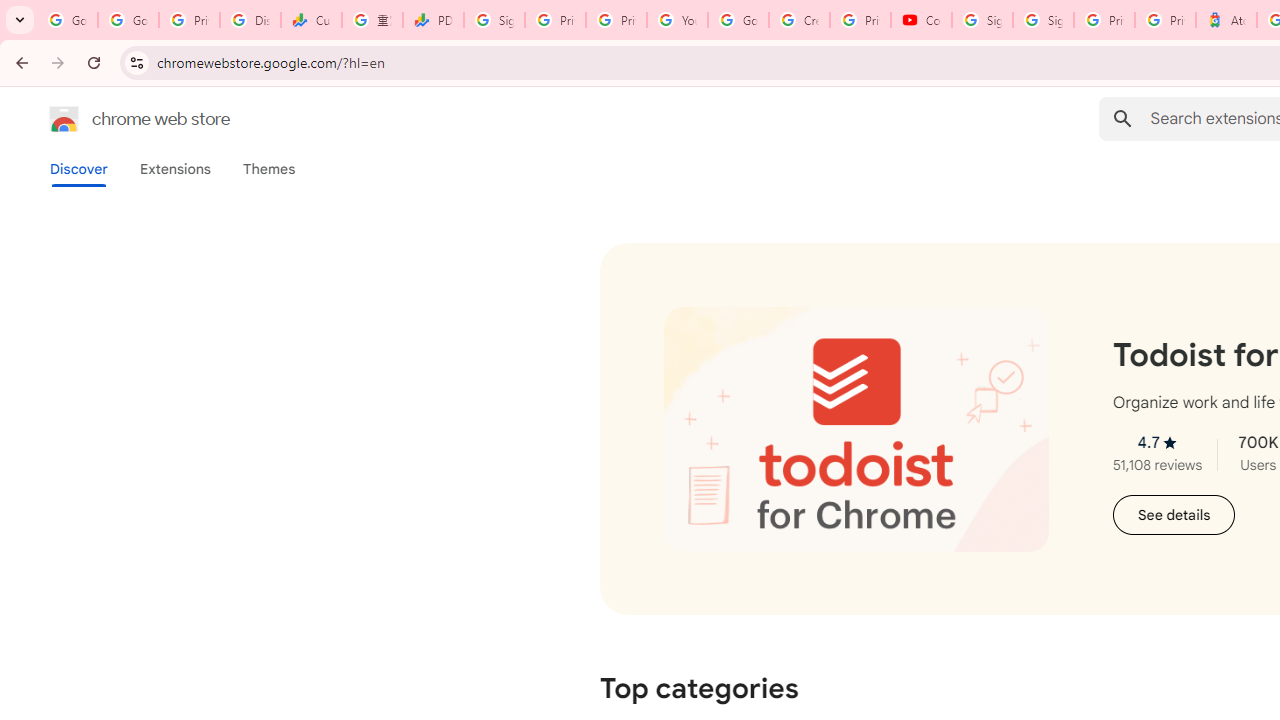 Image resolution: width=1280 pixels, height=720 pixels. What do you see at coordinates (432, 20) in the screenshot?
I see `'PDD Holdings Inc - ADR (PDD) Price & News - Google Finance'` at bounding box center [432, 20].